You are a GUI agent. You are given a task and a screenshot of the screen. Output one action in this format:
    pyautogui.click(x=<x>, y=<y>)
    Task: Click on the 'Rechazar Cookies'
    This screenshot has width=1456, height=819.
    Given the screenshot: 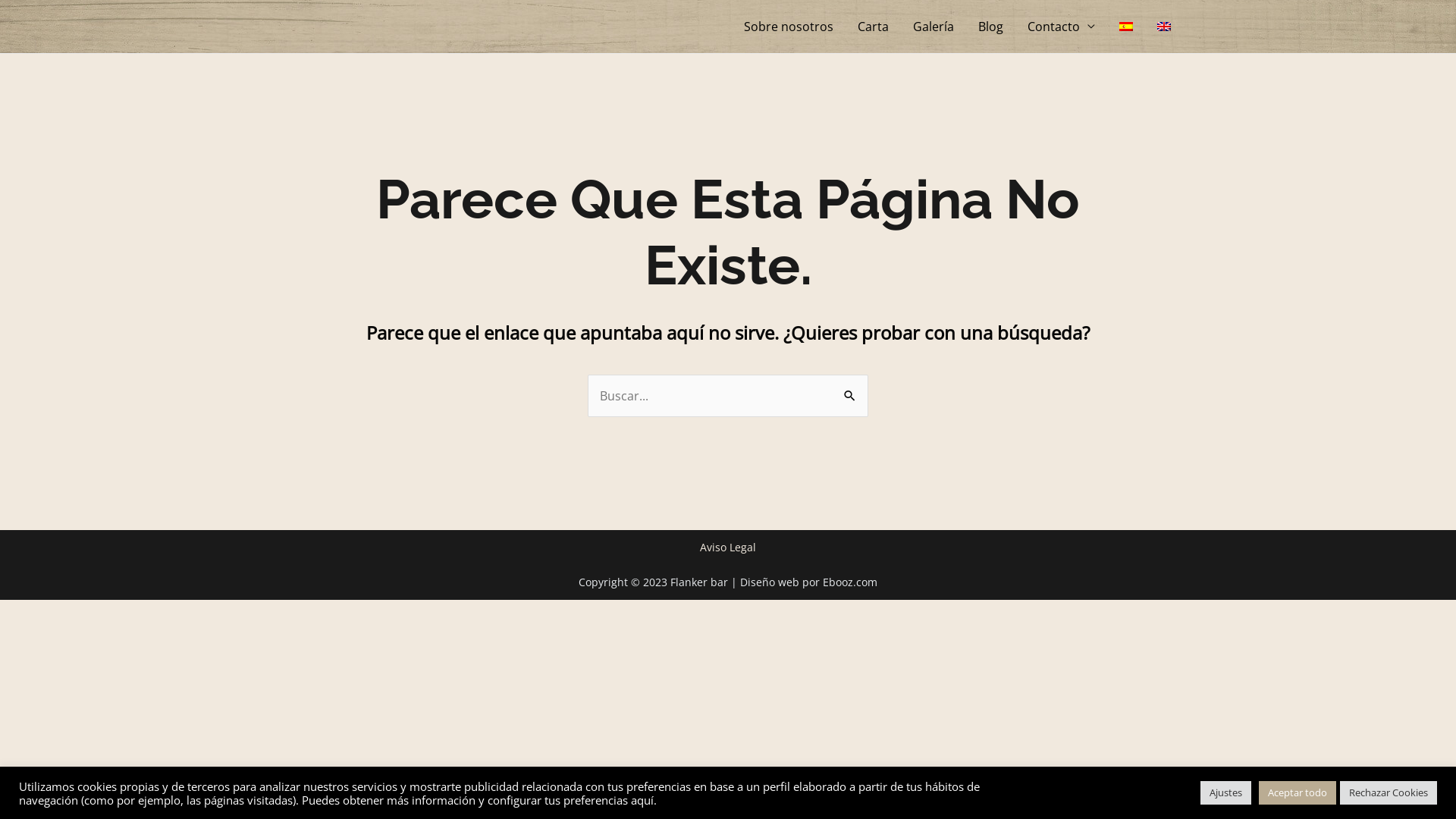 What is the action you would take?
    pyautogui.click(x=1388, y=792)
    